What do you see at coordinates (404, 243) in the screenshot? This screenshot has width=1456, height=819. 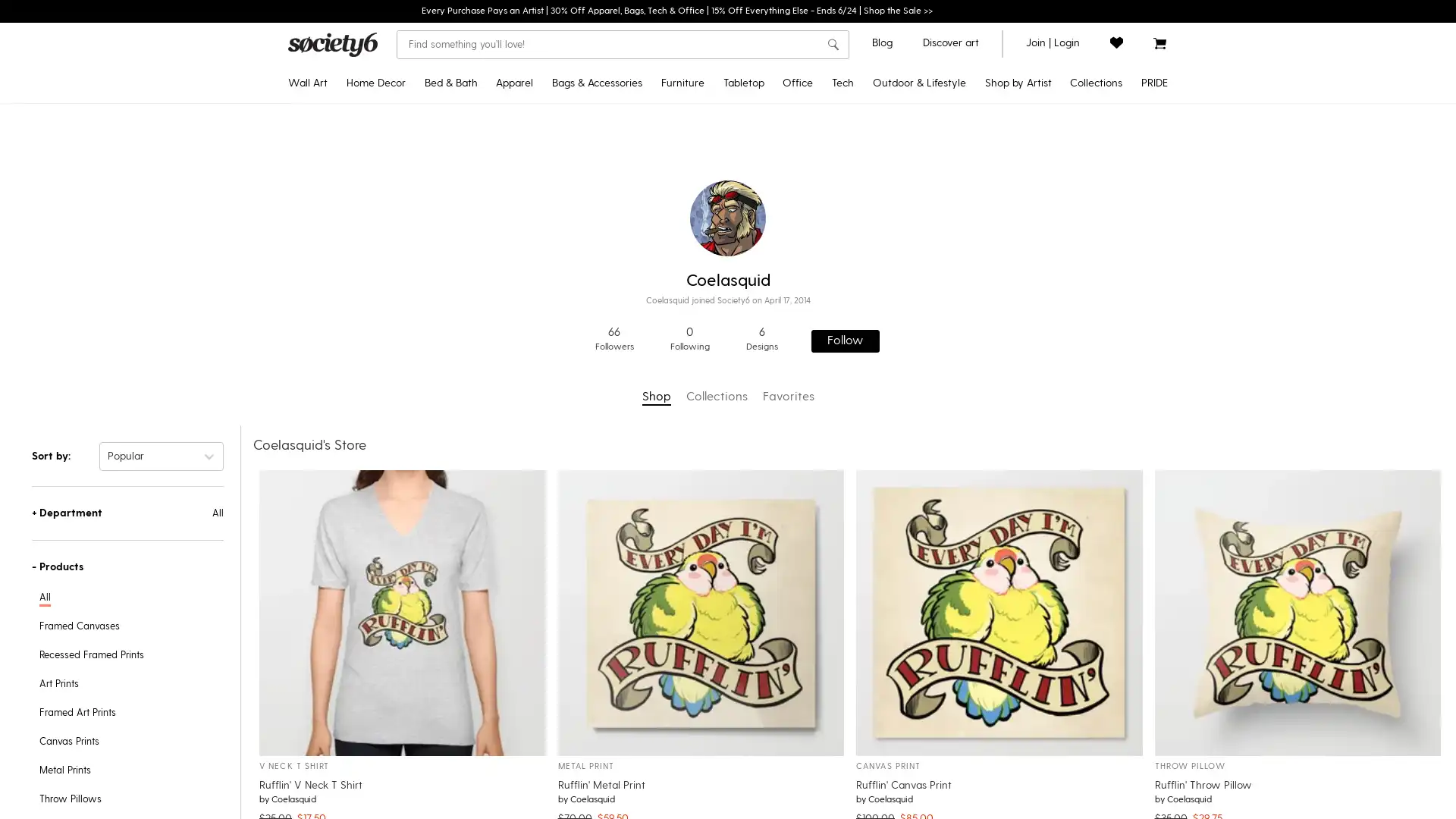 I see `Blackout Curtains` at bounding box center [404, 243].